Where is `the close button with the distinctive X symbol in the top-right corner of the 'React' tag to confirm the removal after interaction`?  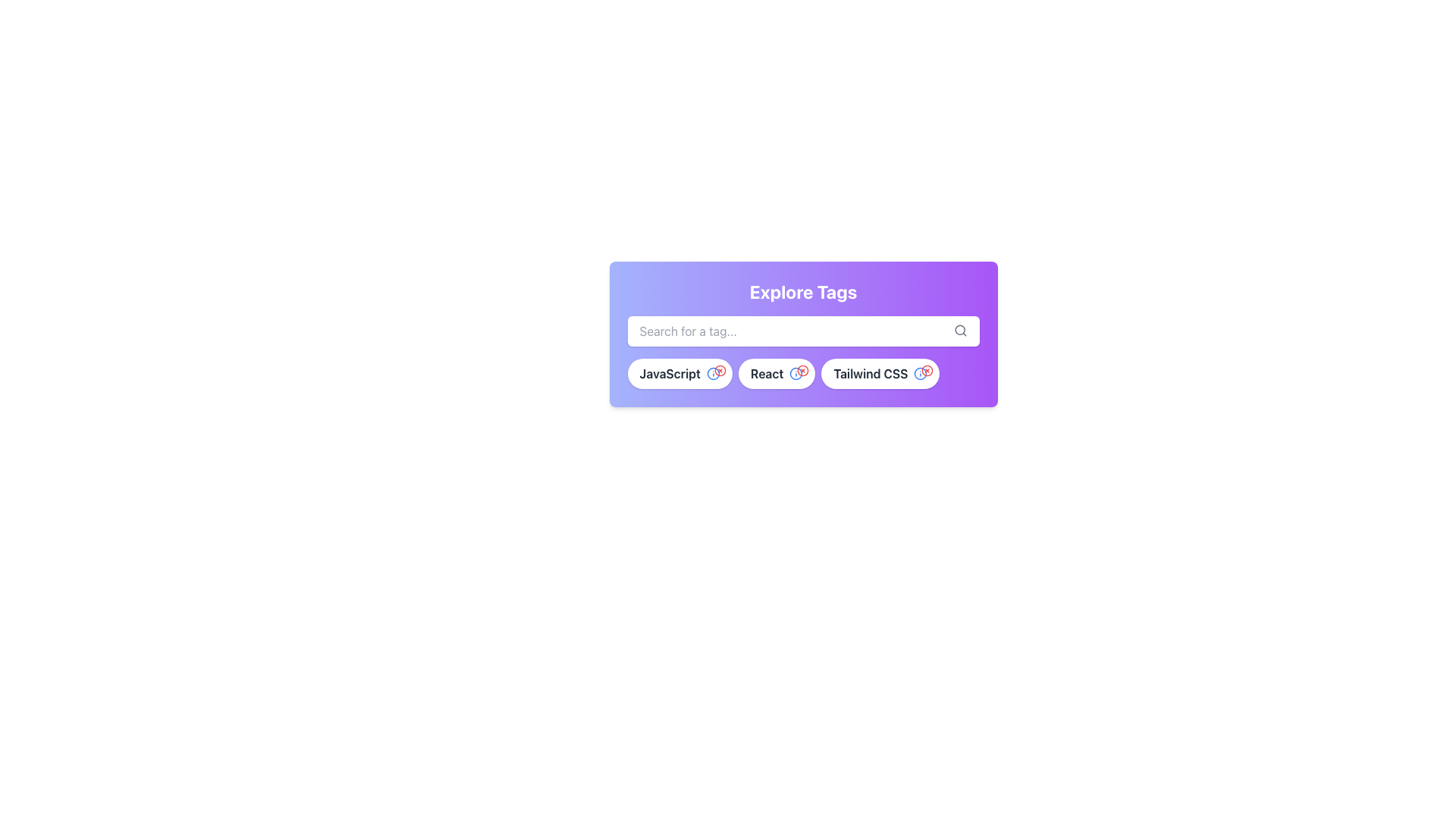 the close button with the distinctive X symbol in the top-right corner of the 'React' tag to confirm the removal after interaction is located at coordinates (802, 371).